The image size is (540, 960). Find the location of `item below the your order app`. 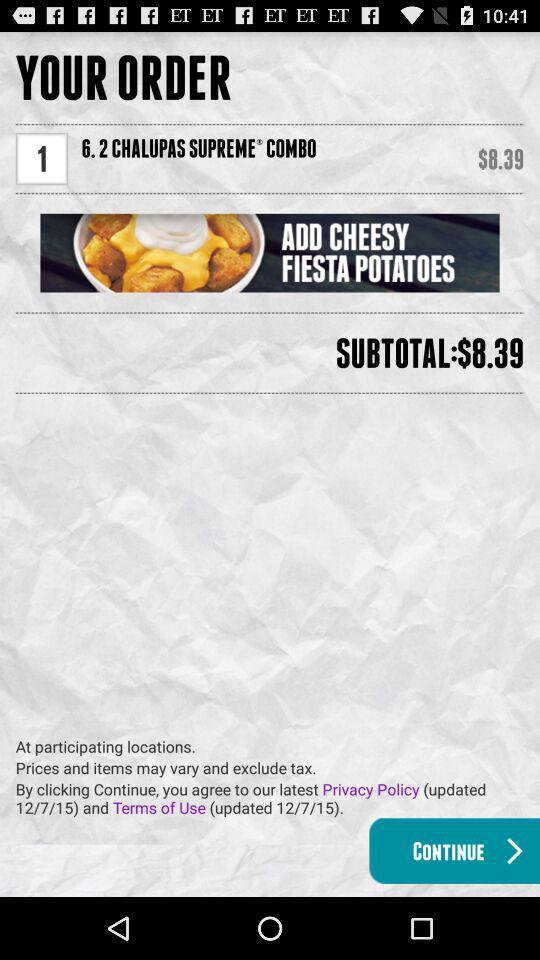

item below the your order app is located at coordinates (42, 157).